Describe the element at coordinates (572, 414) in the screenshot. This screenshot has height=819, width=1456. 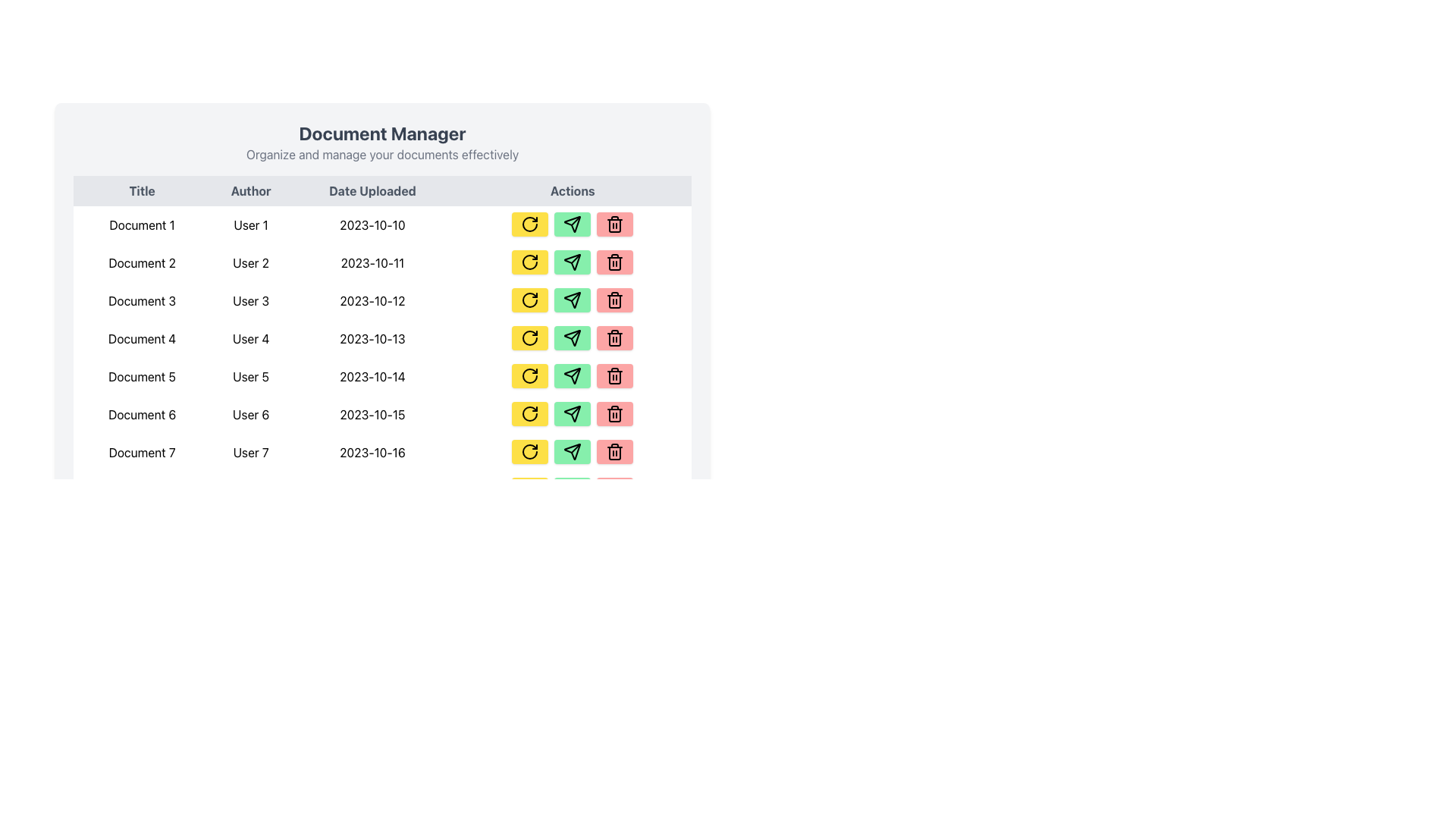
I see `the paper airplane icon on the green background in the 'Actions' column for 'Document 5' dated '2023-10-14' to send the associated document` at that location.